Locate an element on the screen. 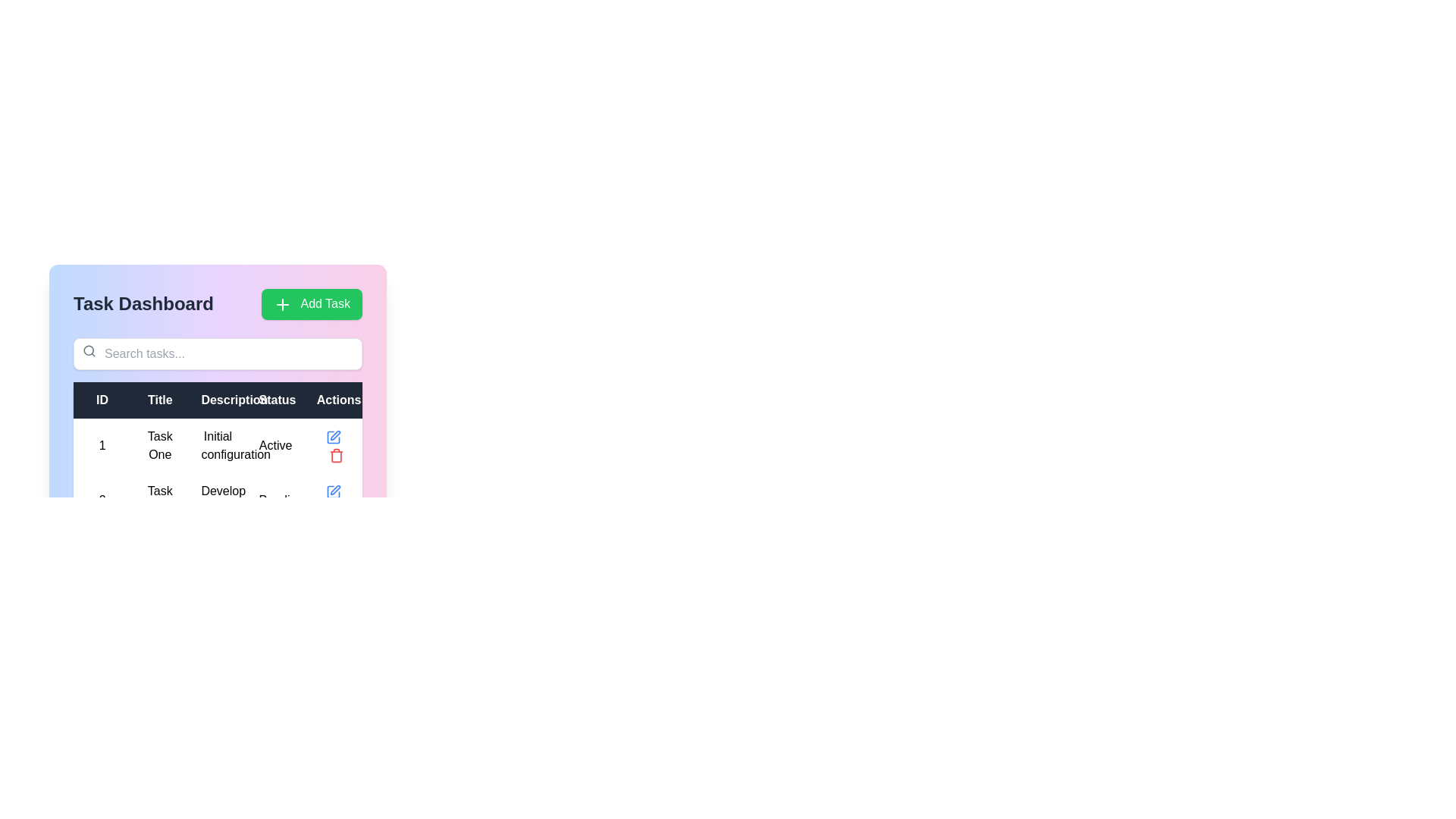 The width and height of the screenshot is (1456, 819). the row using the Text display cell containing the number '1' in bold font, which is located is located at coordinates (102, 444).